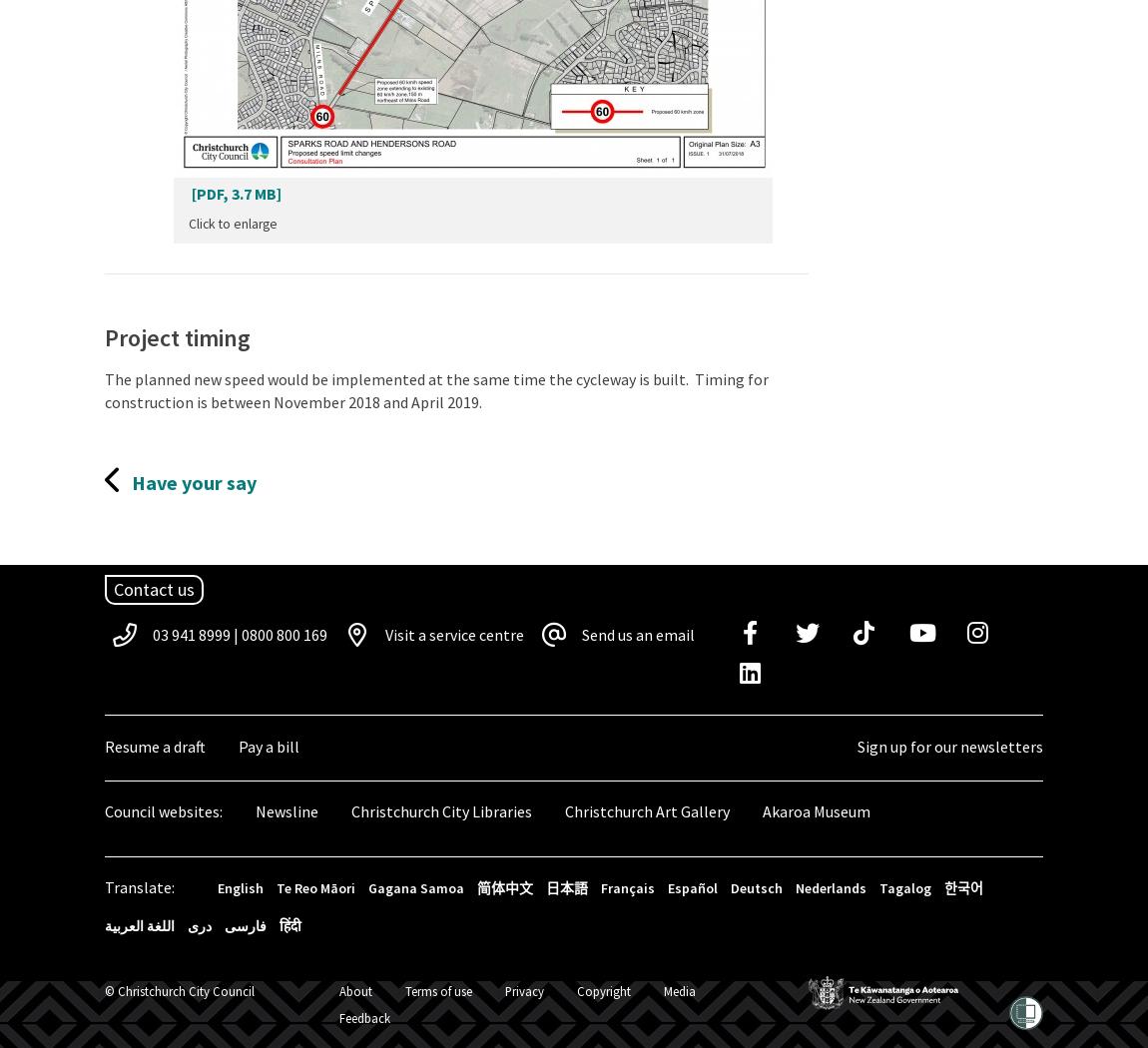 Image resolution: width=1148 pixels, height=1048 pixels. Describe the element at coordinates (679, 990) in the screenshot. I see `'Media'` at that location.